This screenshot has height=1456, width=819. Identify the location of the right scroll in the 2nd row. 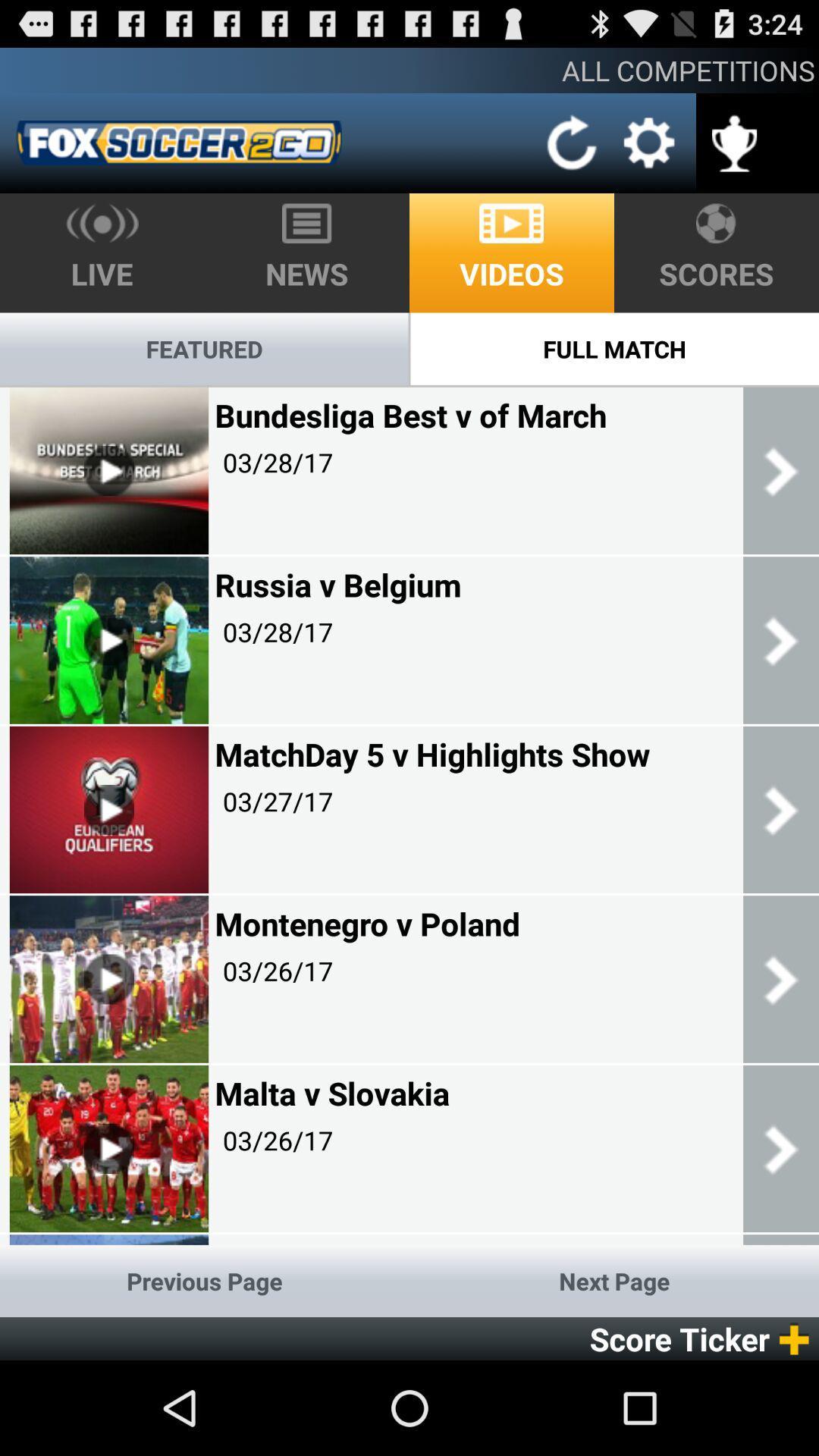
(780, 640).